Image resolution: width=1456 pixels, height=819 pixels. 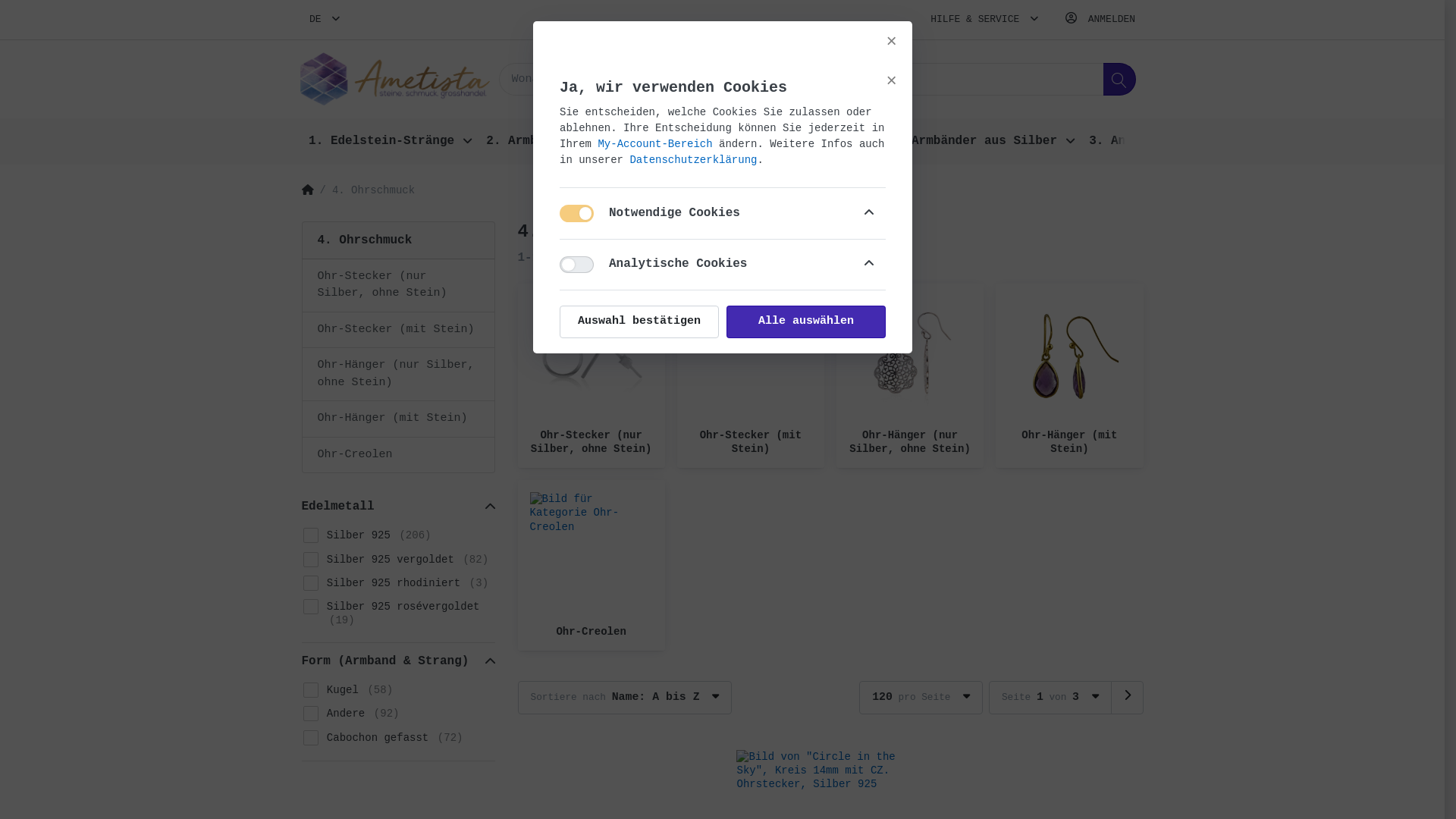 What do you see at coordinates (1050, 698) in the screenshot?
I see `'Seite 1 von 3'` at bounding box center [1050, 698].